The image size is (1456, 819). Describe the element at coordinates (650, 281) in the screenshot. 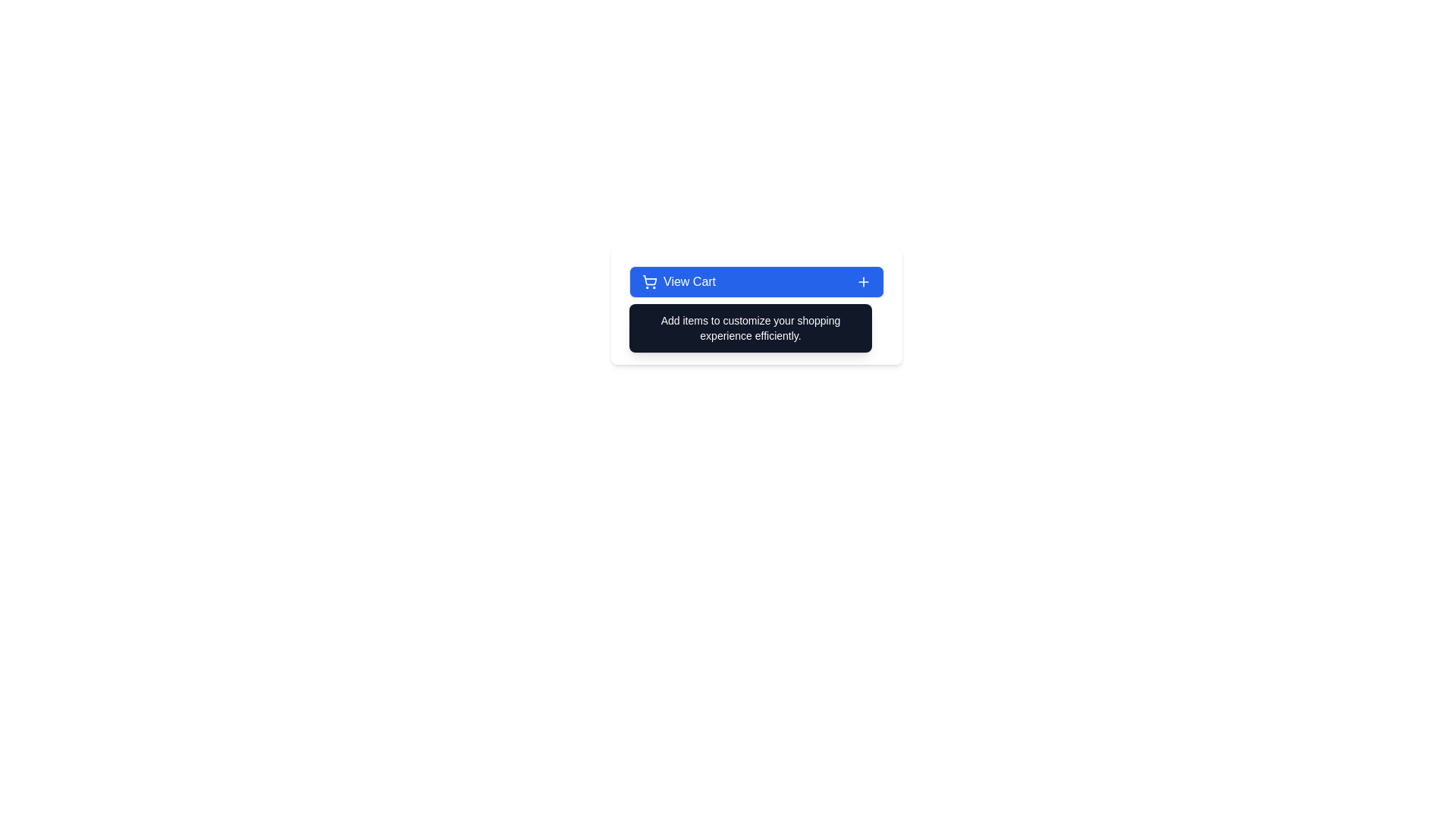

I see `the shopping cart icon, which is the first element in a horizontally aligned group located to the left of the 'View Cart' button` at that location.